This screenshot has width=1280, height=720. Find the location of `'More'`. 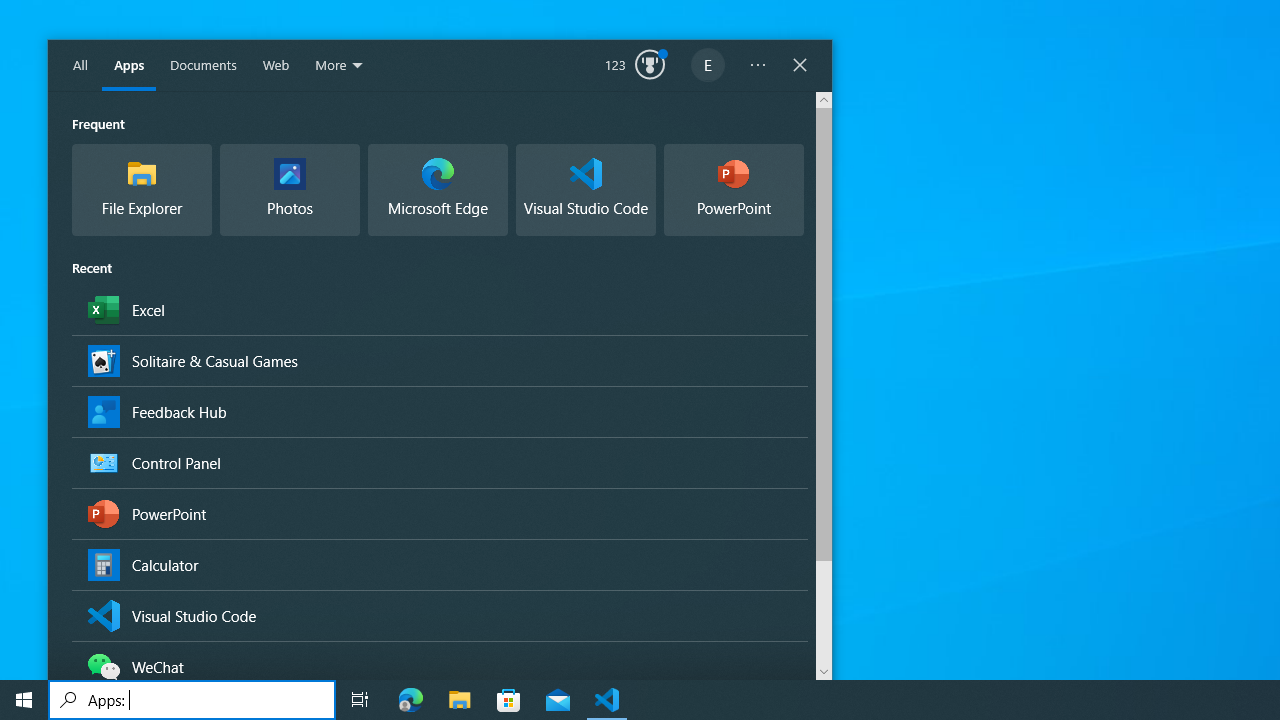

'More' is located at coordinates (340, 65).